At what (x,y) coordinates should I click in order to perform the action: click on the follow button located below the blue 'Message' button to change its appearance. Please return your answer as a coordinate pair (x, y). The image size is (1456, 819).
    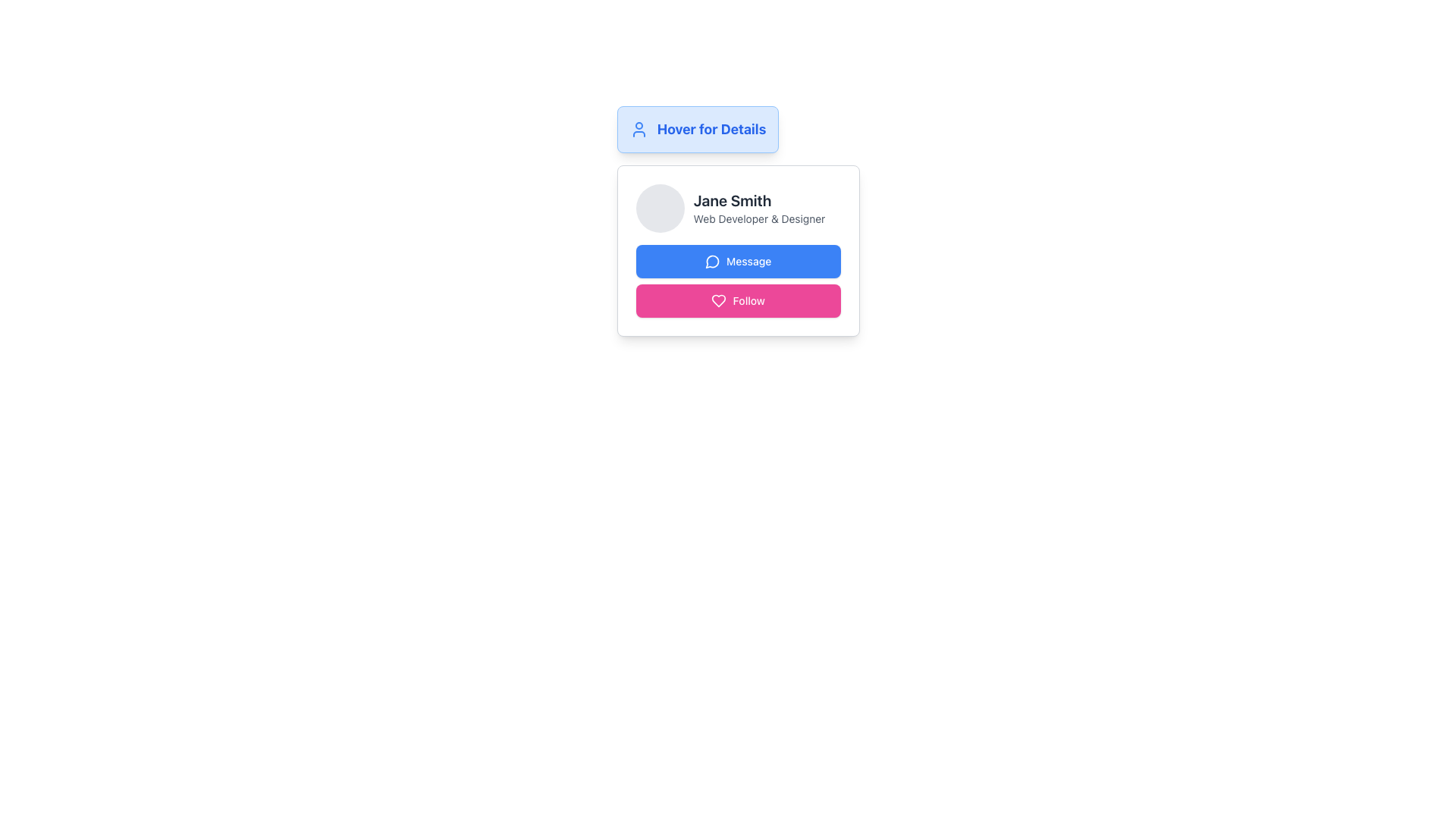
    Looking at the image, I should click on (738, 301).